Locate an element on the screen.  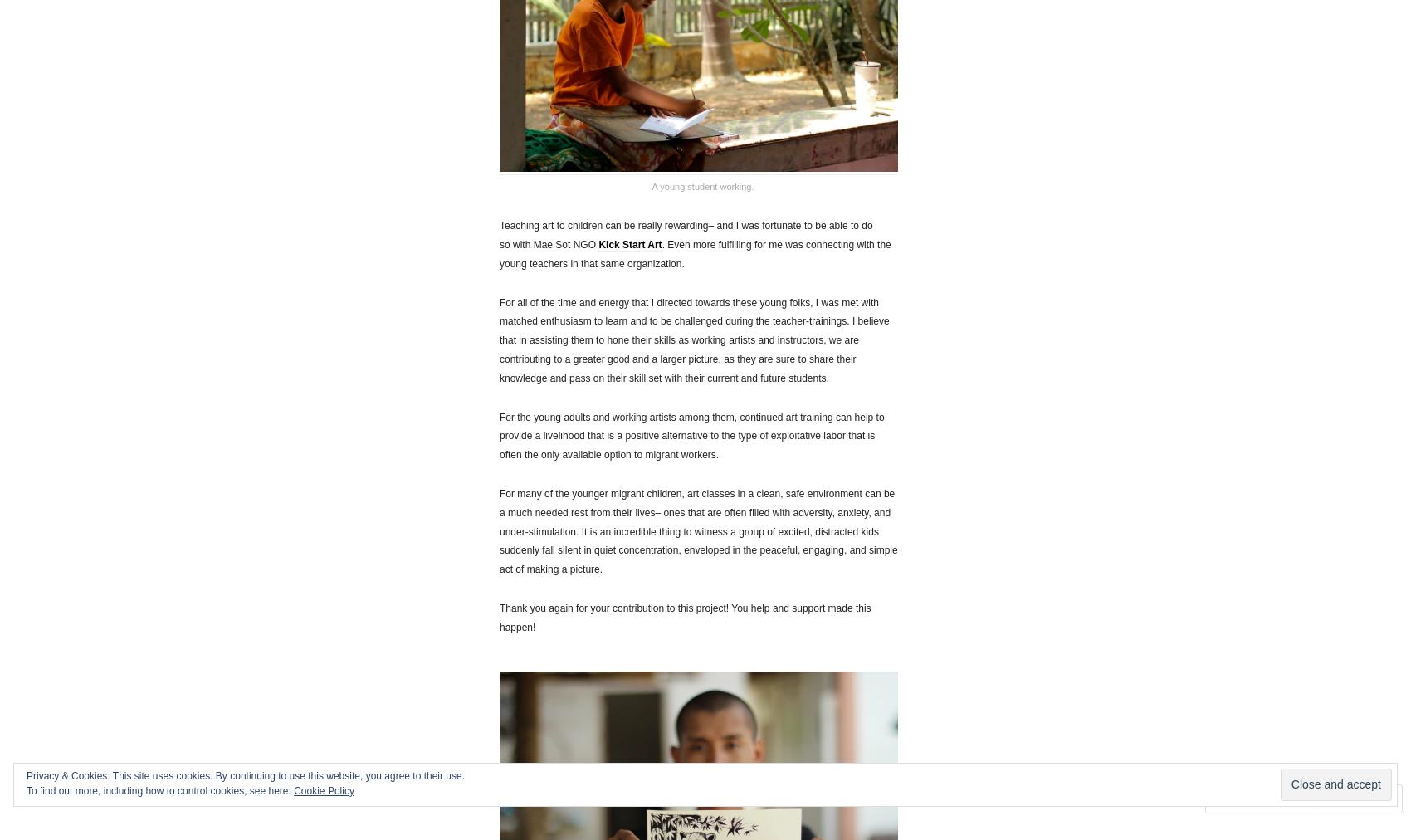
'For all of the time and energy that I directed towards these young folks, I was met with matched enthusiasm to learn and to be challenged during the teacher-trainings.' is located at coordinates (498, 310).